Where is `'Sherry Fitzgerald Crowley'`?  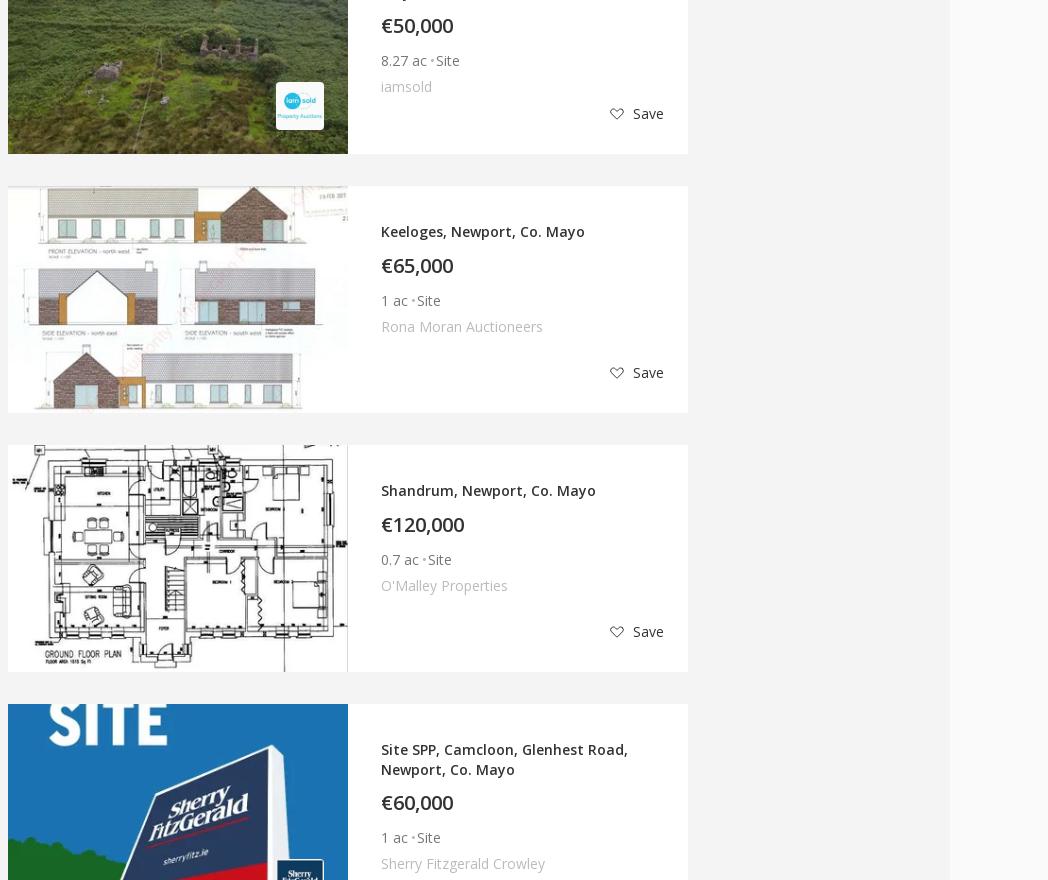
'Sherry Fitzgerald Crowley' is located at coordinates (462, 863).